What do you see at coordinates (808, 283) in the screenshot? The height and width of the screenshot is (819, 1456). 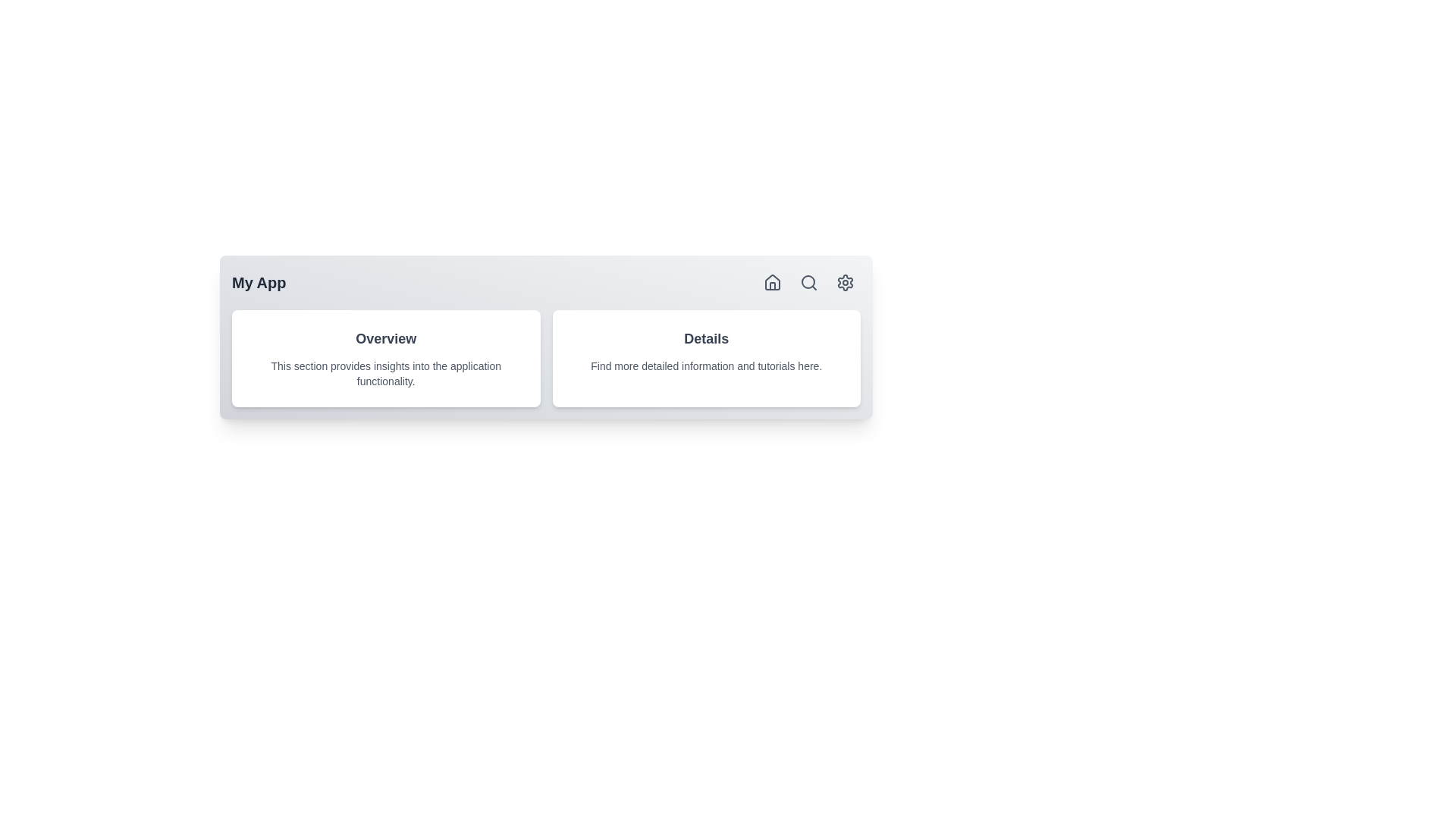 I see `the search button icon, which is represented by a magnifying glass and is the second icon in a row of three, located towards the top-right of the interface` at bounding box center [808, 283].